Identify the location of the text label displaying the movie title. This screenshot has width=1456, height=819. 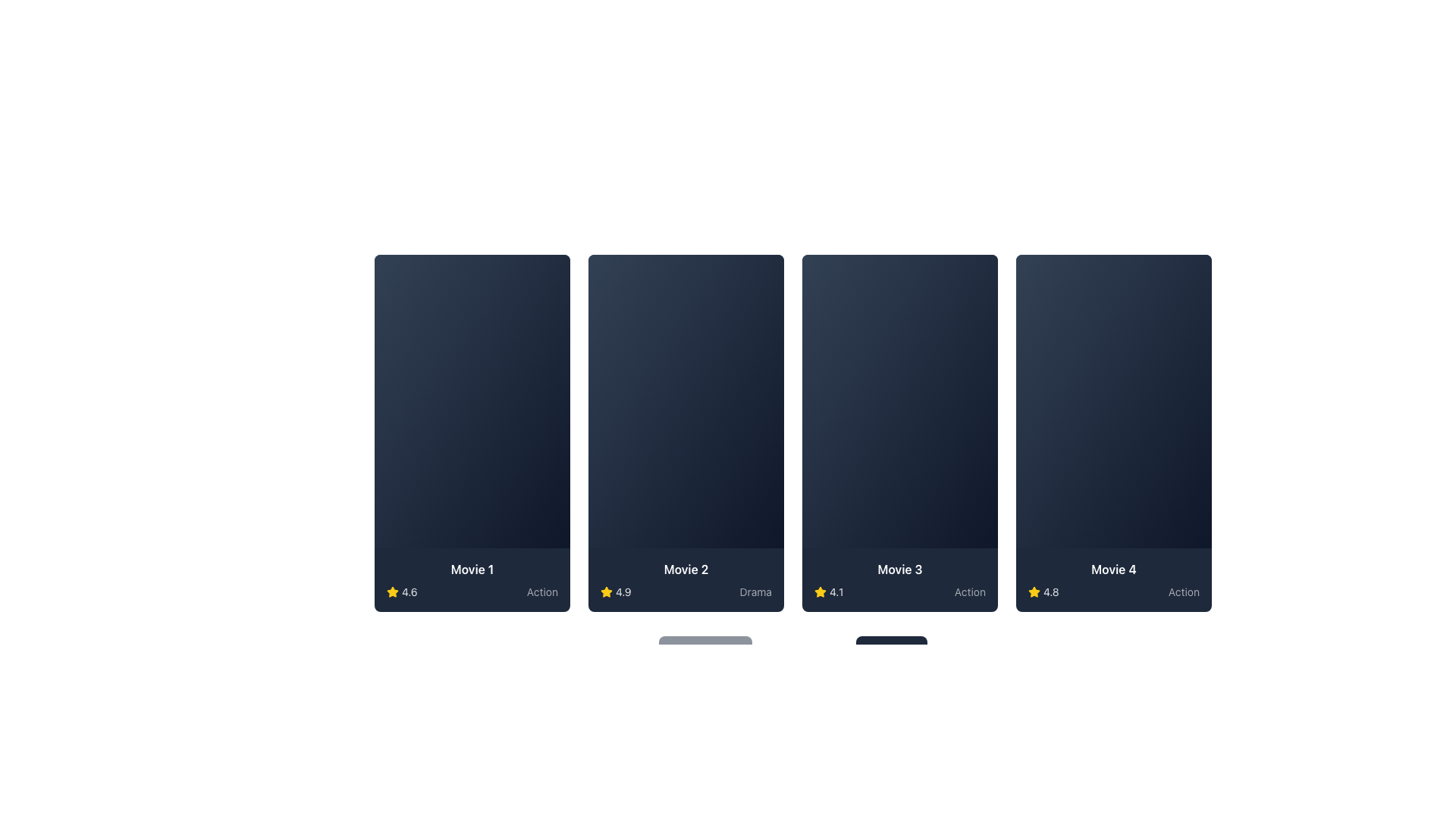
(686, 570).